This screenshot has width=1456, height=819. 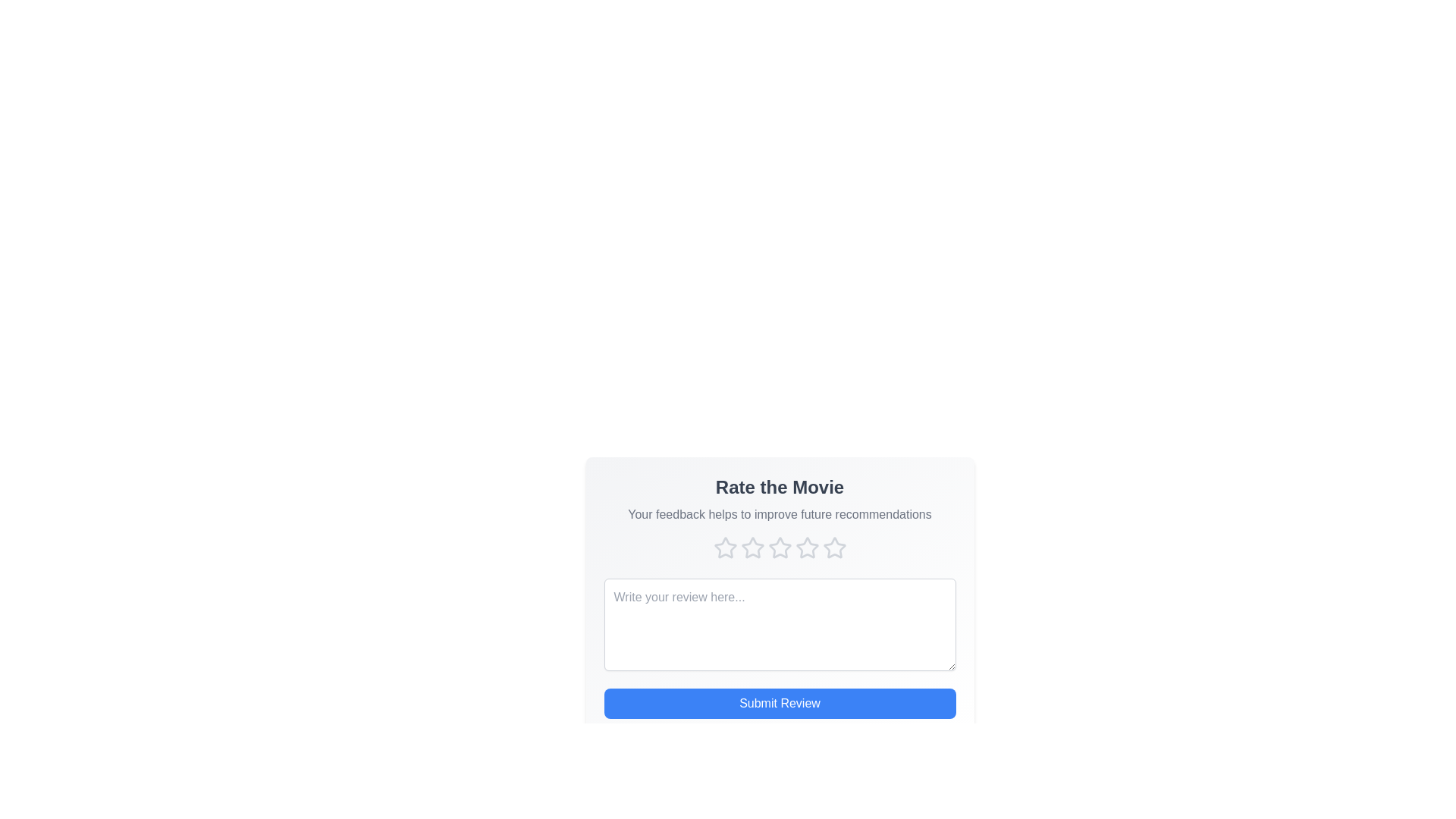 What do you see at coordinates (780, 548) in the screenshot?
I see `the third star in the rating feature located below the 'Rate the Movie' header` at bounding box center [780, 548].